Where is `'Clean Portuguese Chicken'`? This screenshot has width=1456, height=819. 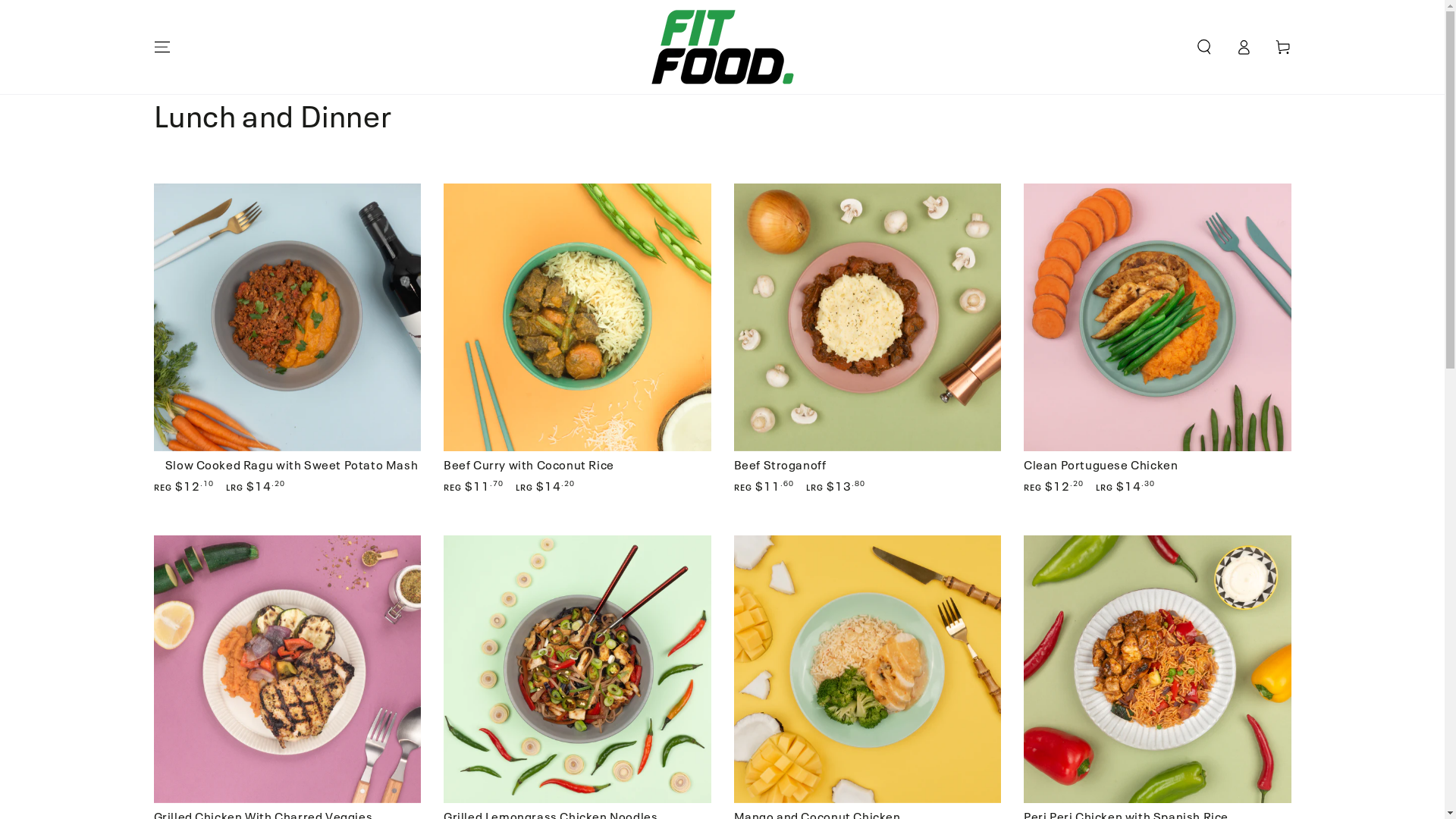
'Clean Portuguese Chicken' is located at coordinates (1100, 463).